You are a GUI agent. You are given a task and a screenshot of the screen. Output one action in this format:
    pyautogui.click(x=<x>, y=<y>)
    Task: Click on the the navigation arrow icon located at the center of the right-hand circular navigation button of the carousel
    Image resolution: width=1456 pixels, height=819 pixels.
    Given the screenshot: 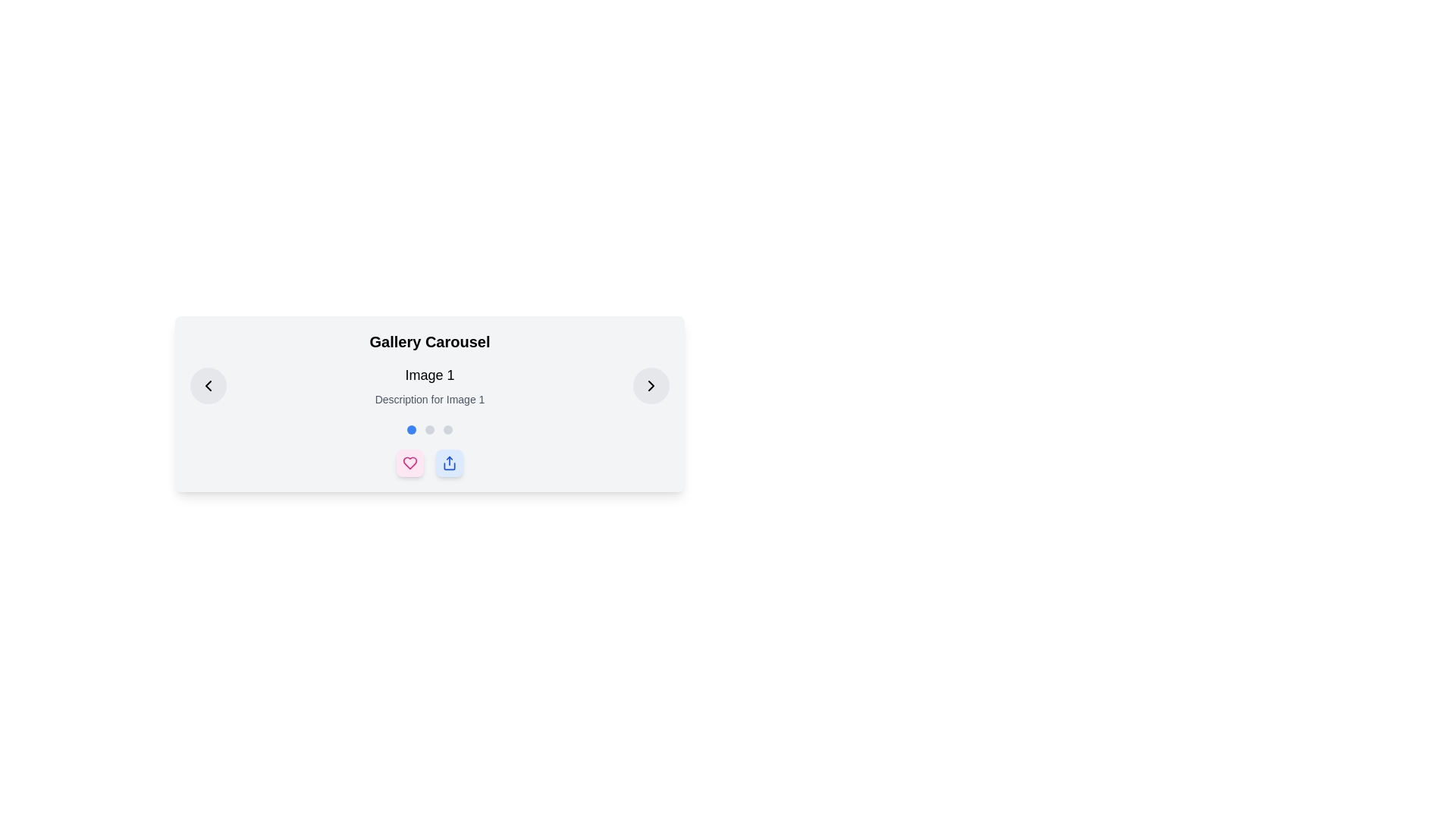 What is the action you would take?
    pyautogui.click(x=651, y=385)
    